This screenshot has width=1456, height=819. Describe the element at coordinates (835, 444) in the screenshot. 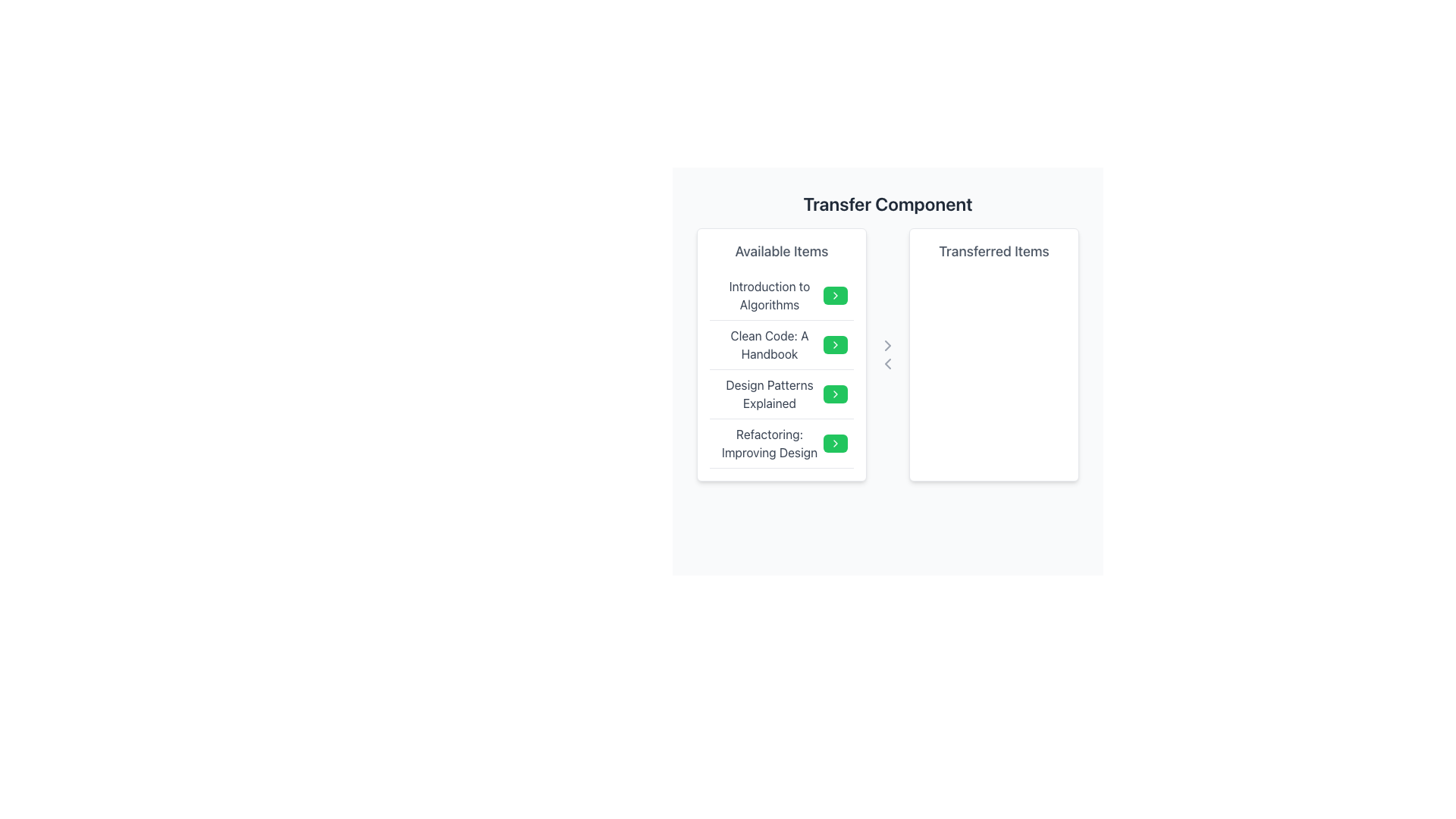

I see `the Chevron-shaped icon within the green button of the fourth item titled 'Refactoring: Improving Design'` at that location.